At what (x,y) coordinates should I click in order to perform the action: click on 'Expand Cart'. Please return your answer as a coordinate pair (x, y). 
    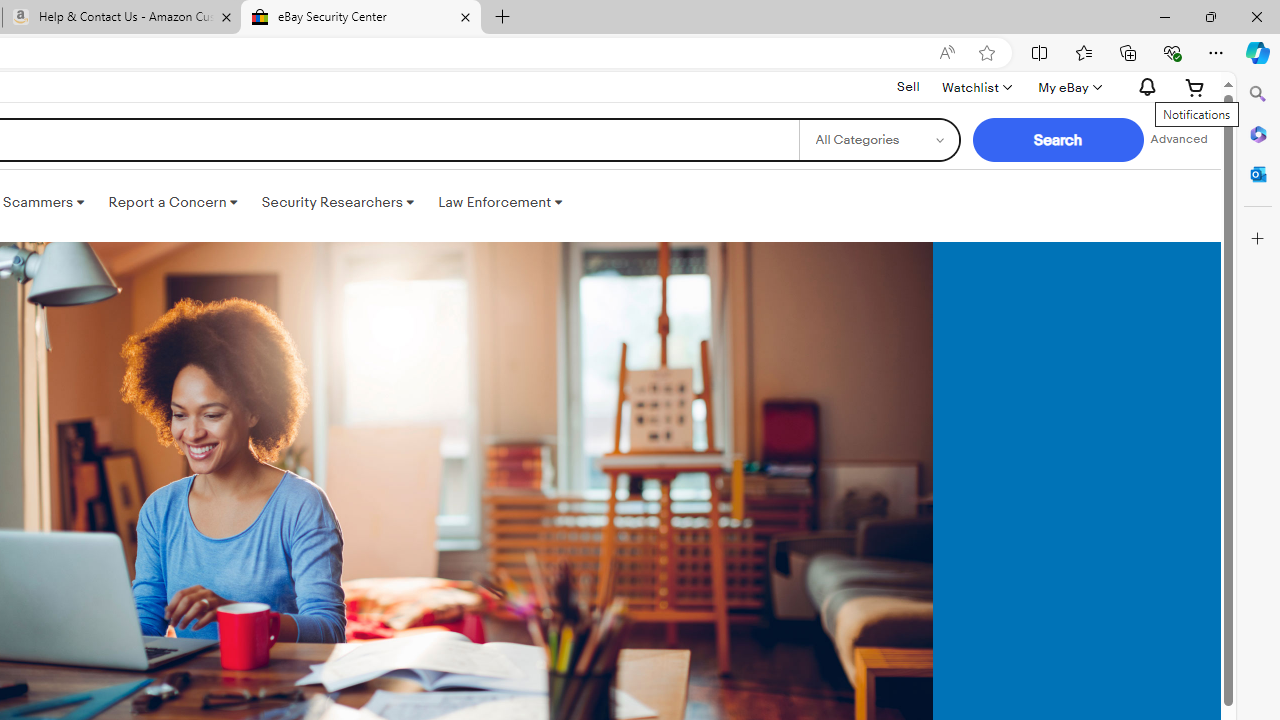
    Looking at the image, I should click on (1195, 86).